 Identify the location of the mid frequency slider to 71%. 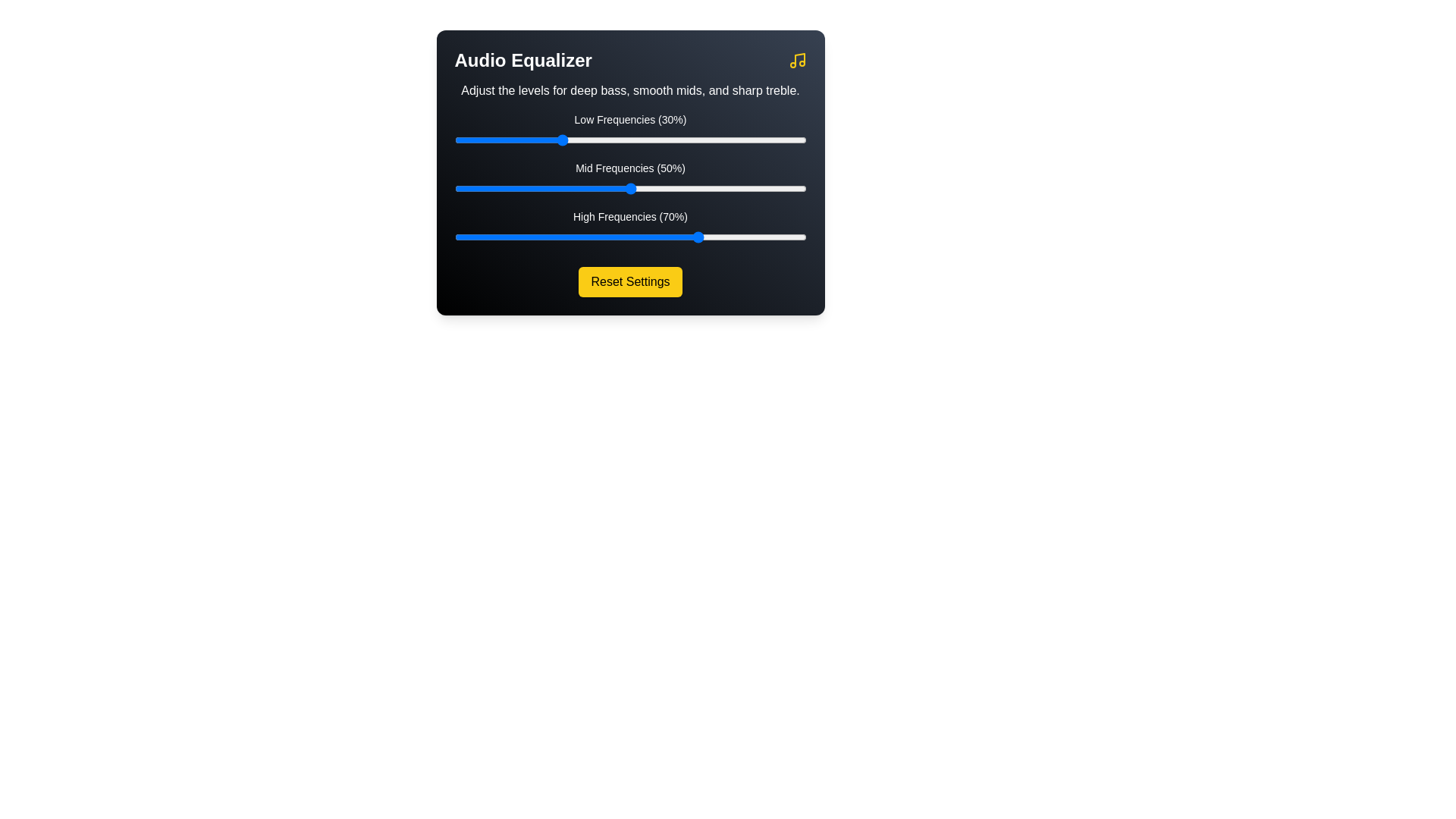
(703, 188).